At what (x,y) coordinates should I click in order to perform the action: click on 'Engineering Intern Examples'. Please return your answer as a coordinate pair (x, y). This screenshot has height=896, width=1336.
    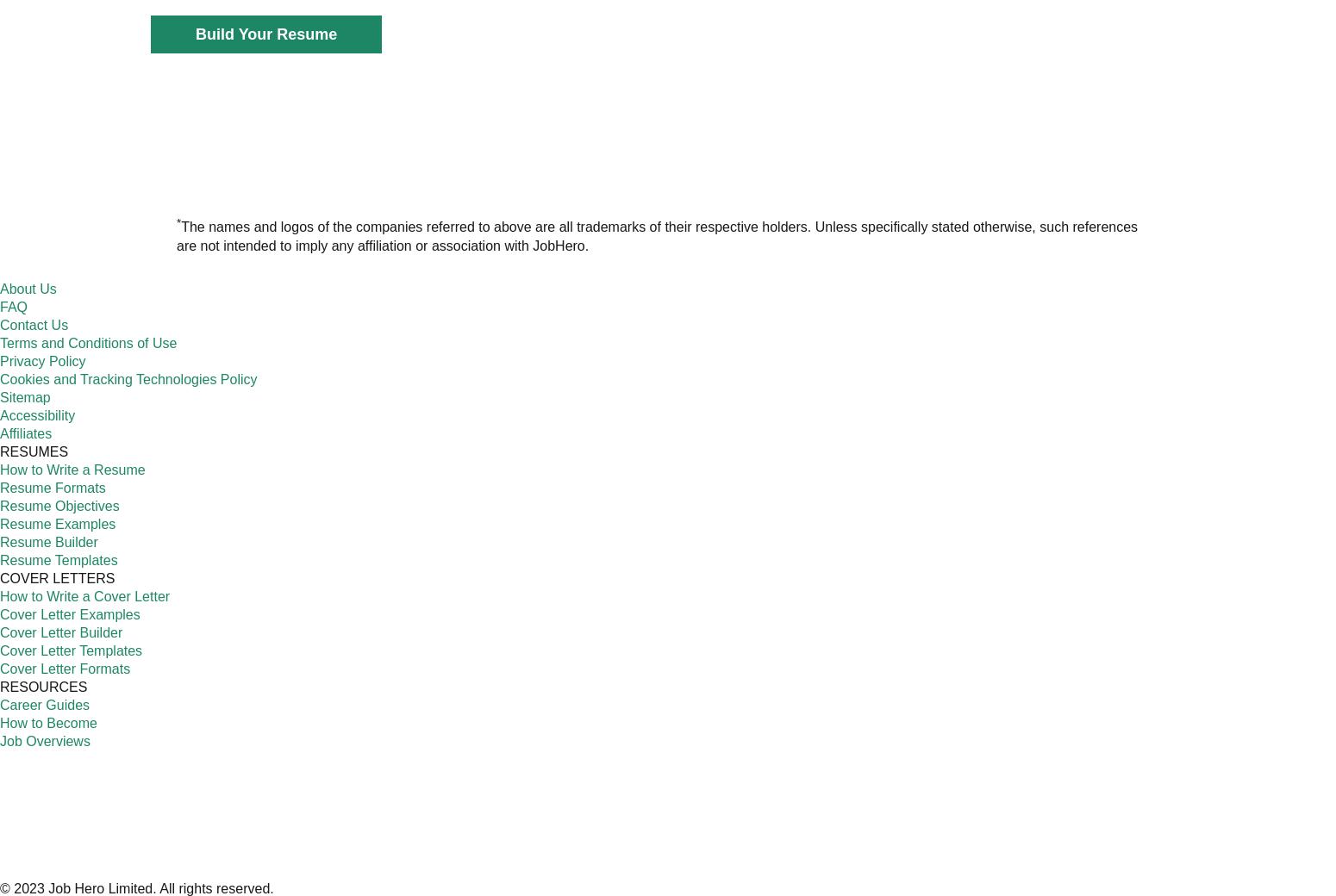
    Looking at the image, I should click on (898, 353).